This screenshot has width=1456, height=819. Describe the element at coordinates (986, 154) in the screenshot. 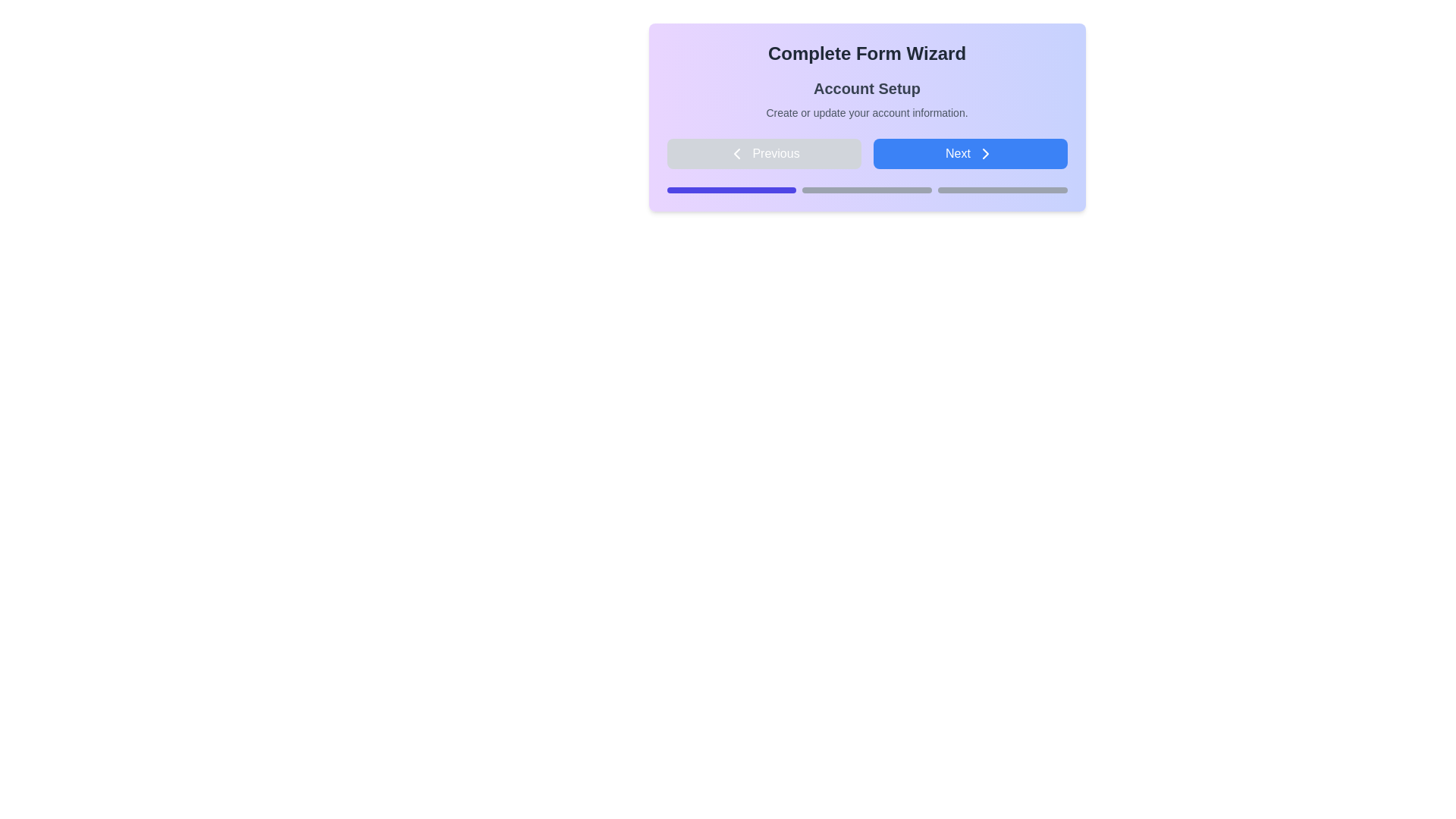

I see `the right-pointing arrow-shaped icon that is part of an SVG graphic` at that location.